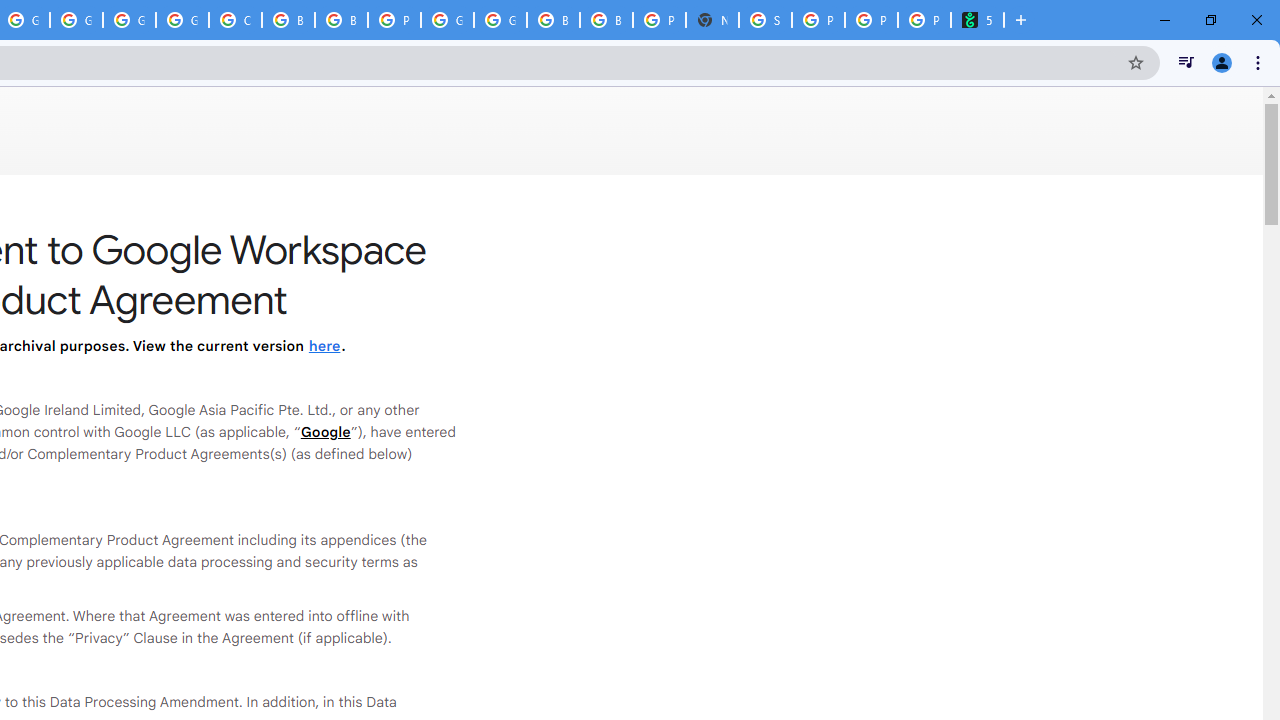 The height and width of the screenshot is (720, 1280). What do you see at coordinates (287, 20) in the screenshot?
I see `'Browse Chrome as a guest - Computer - Google Chrome Help'` at bounding box center [287, 20].